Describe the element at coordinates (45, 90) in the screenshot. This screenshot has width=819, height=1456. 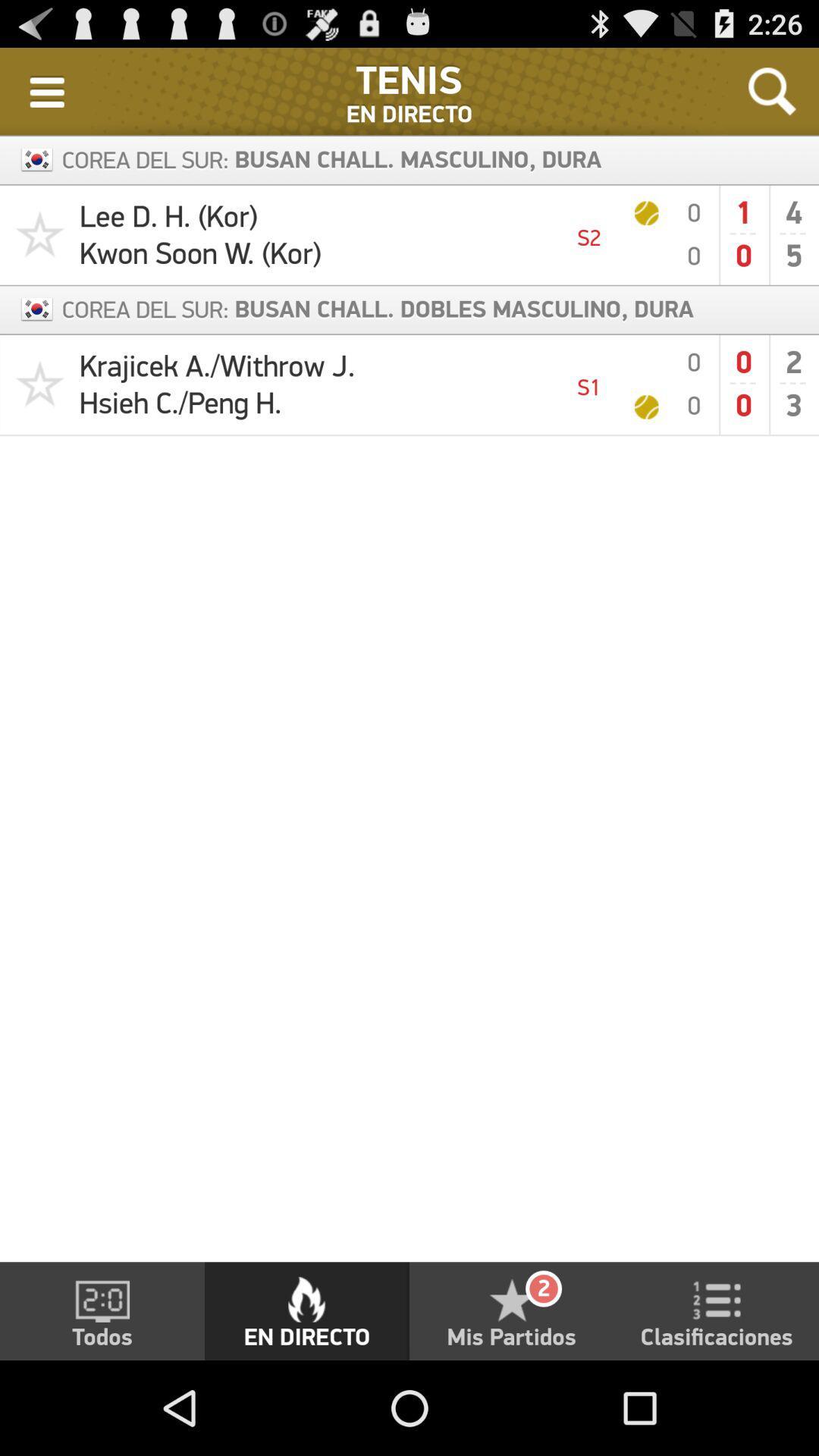
I see `icon next to :  item` at that location.